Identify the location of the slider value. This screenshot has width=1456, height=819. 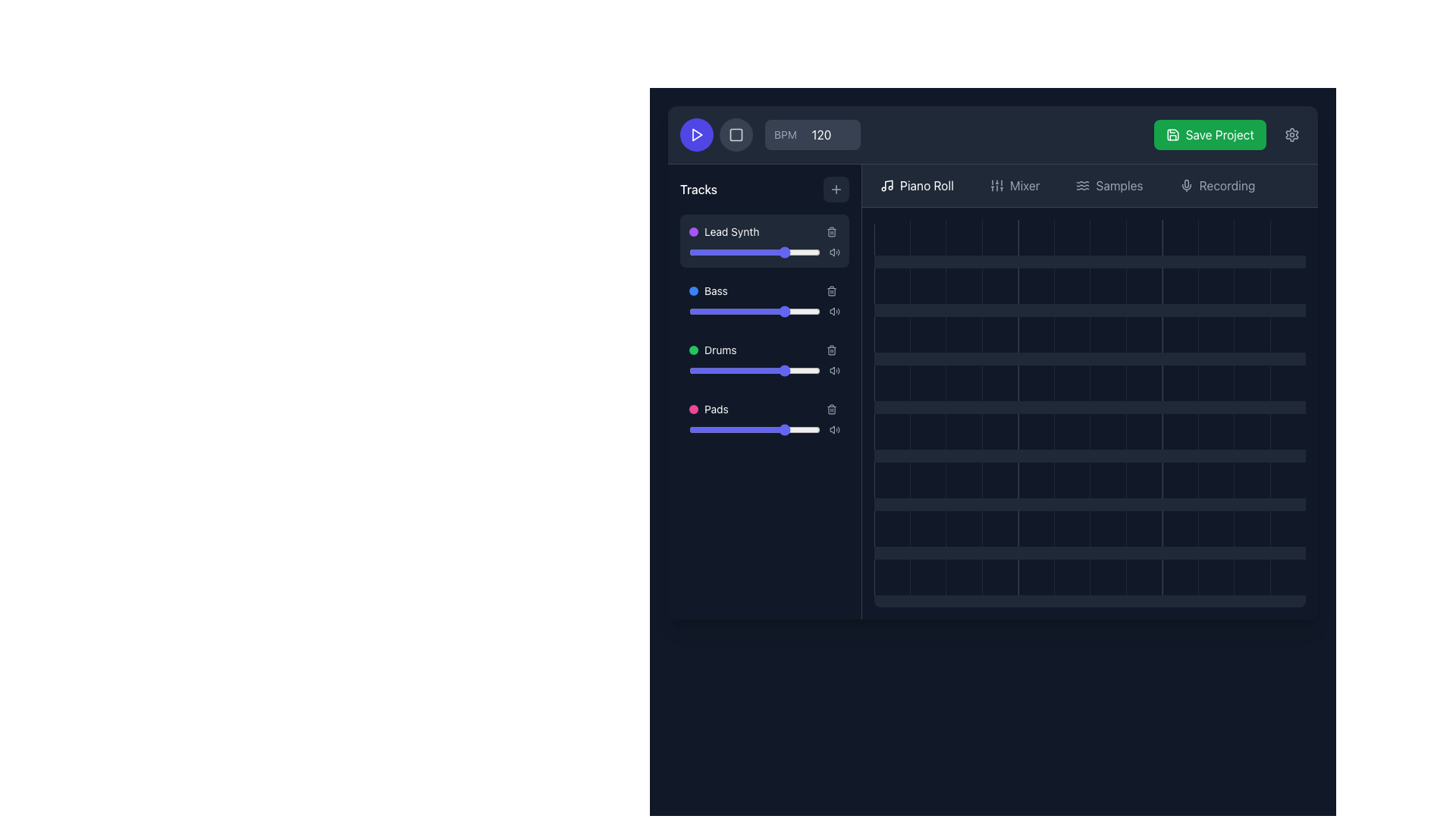
(781, 251).